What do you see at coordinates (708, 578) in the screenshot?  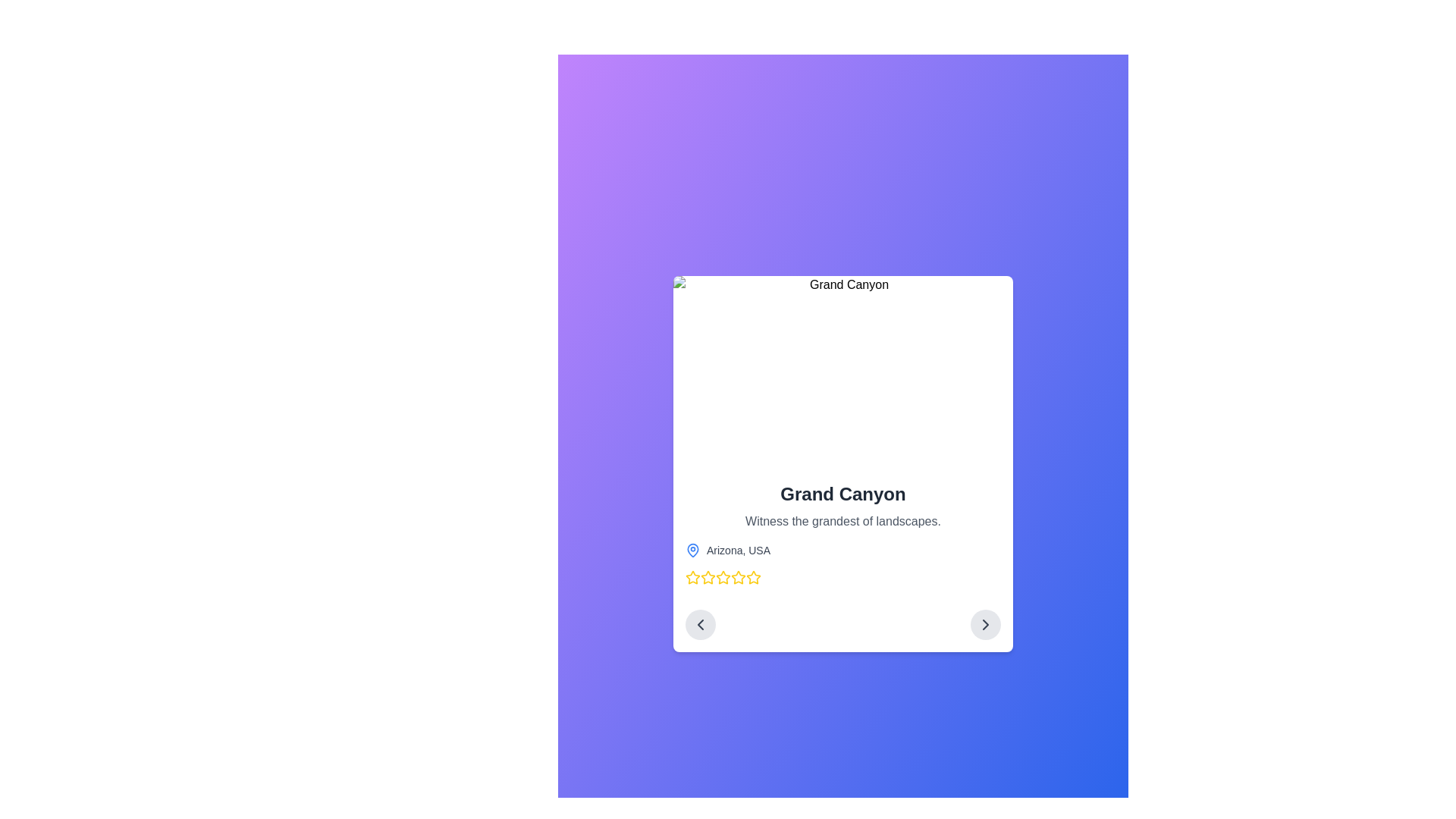 I see `the third star-shaped rating icon with a yellow border located below the text 'Arizona, USA'` at bounding box center [708, 578].